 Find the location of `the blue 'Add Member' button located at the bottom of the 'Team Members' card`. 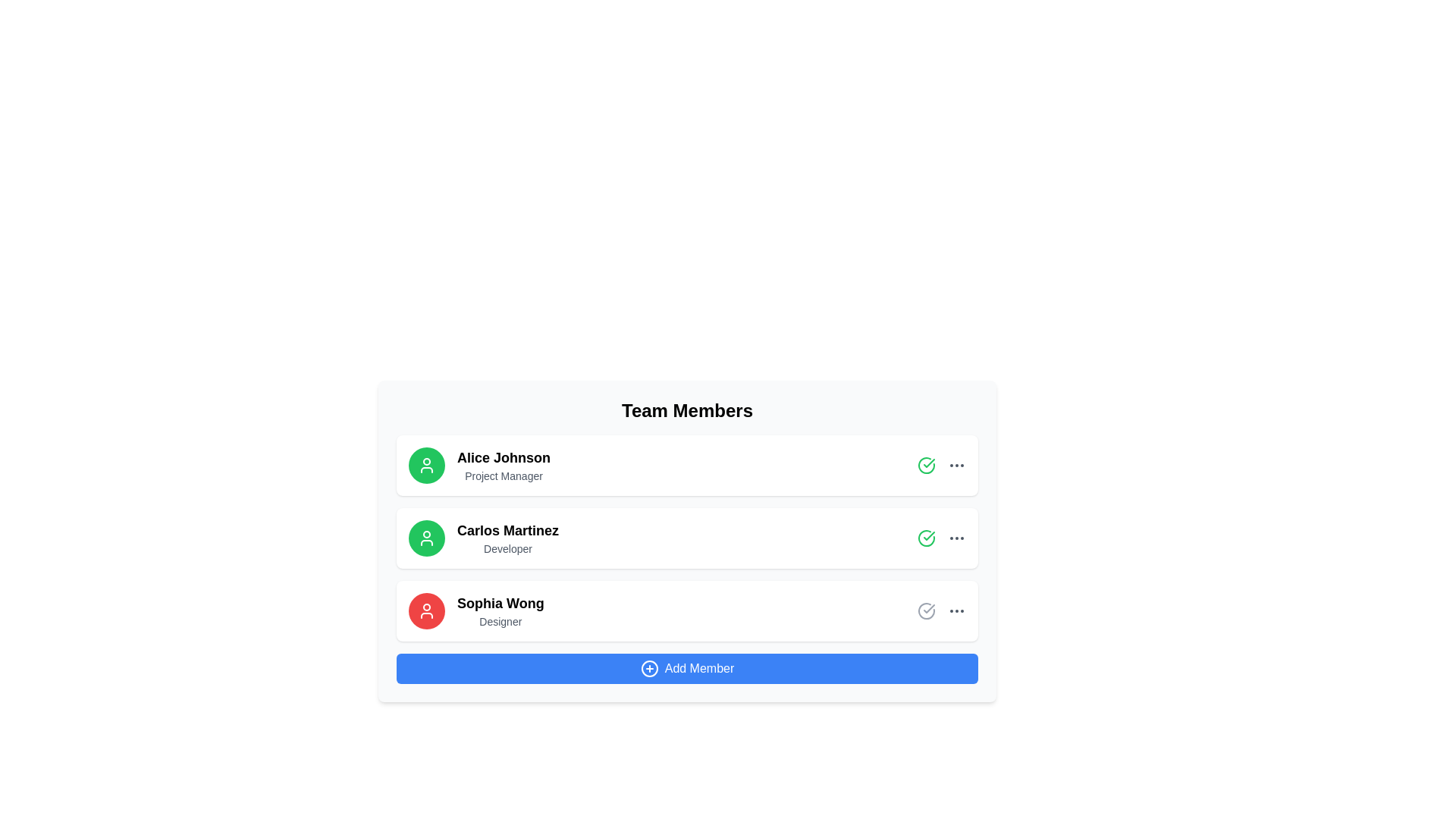

the blue 'Add Member' button located at the bottom of the 'Team Members' card is located at coordinates (686, 668).